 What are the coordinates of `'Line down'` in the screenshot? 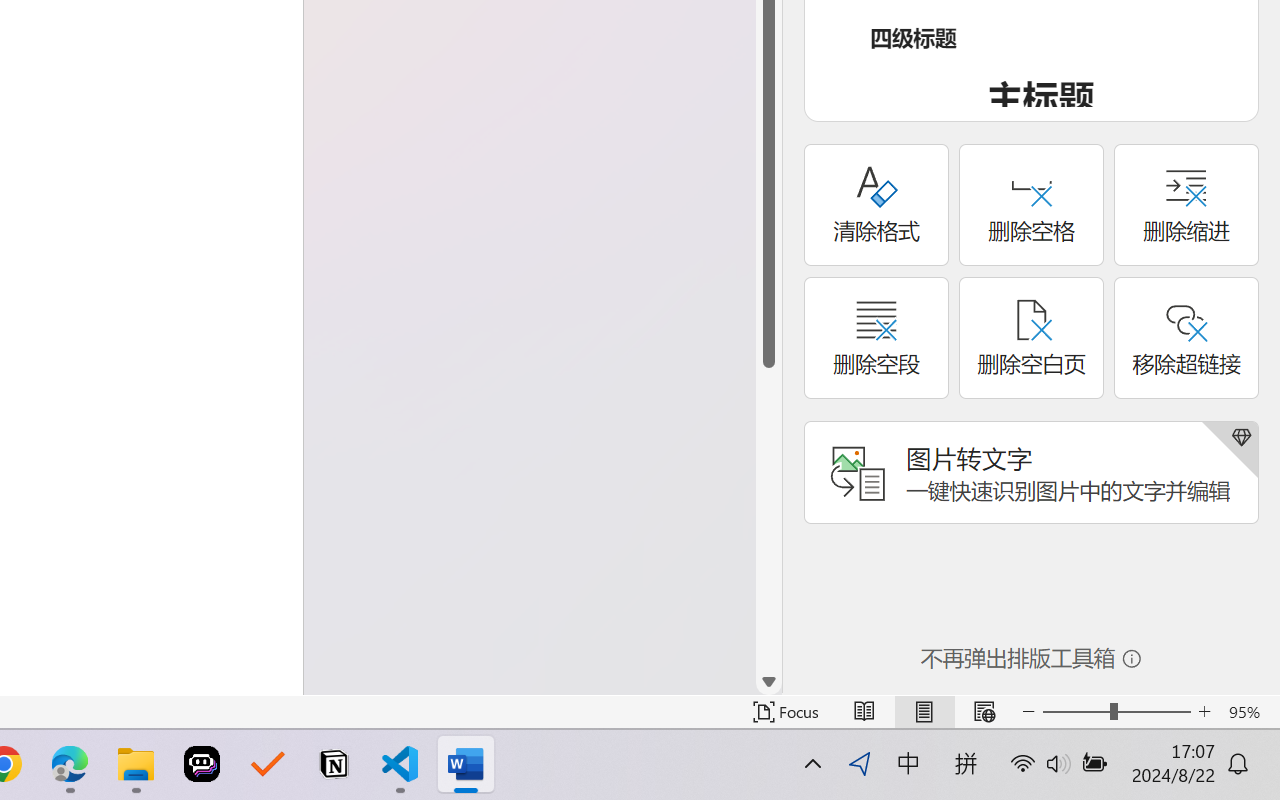 It's located at (768, 682).